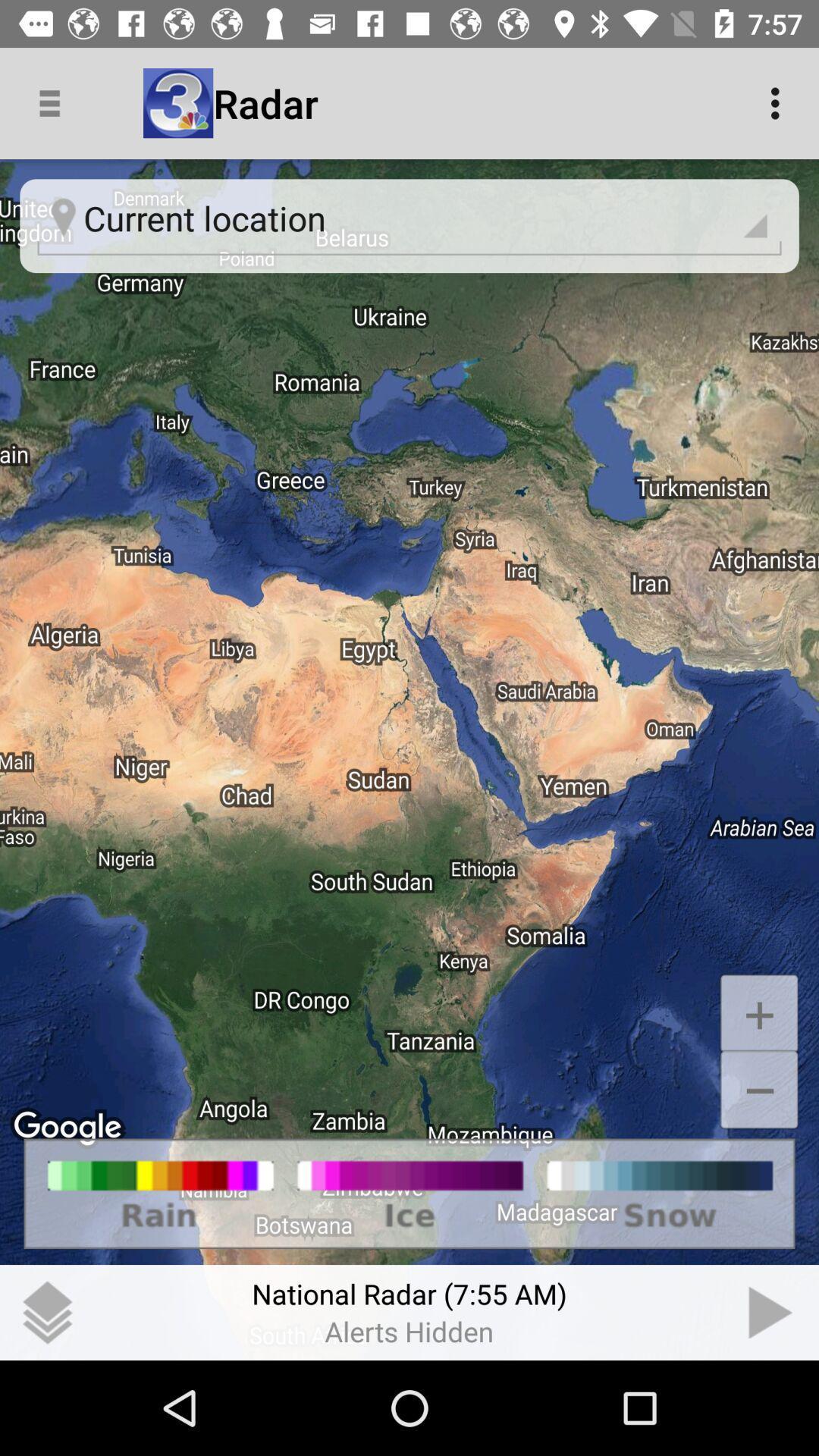 The width and height of the screenshot is (819, 1456). I want to click on the + icon, so click(759, 1013).